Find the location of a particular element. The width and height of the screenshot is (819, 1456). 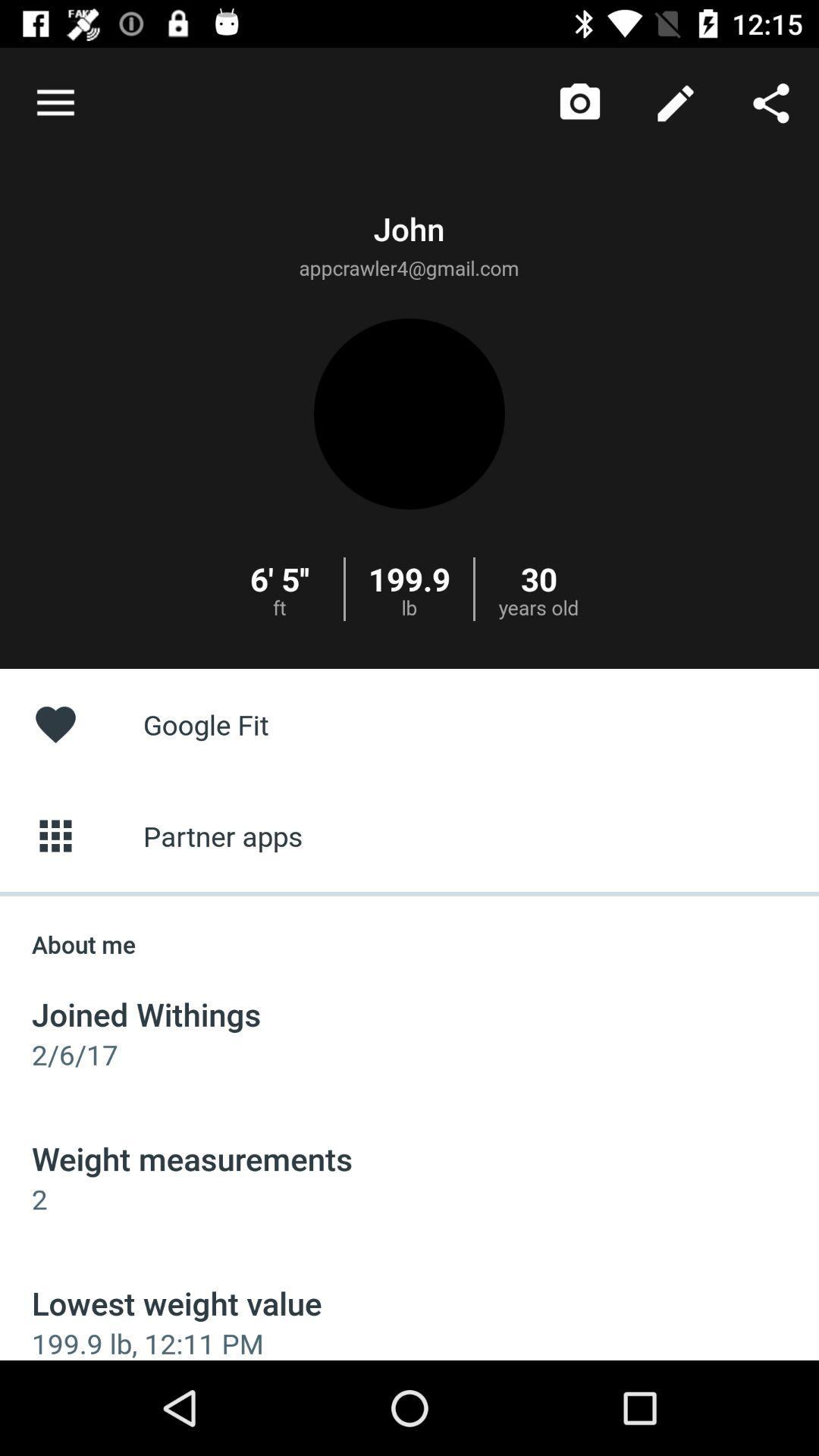

the icon above the partner apps icon is located at coordinates (409, 723).